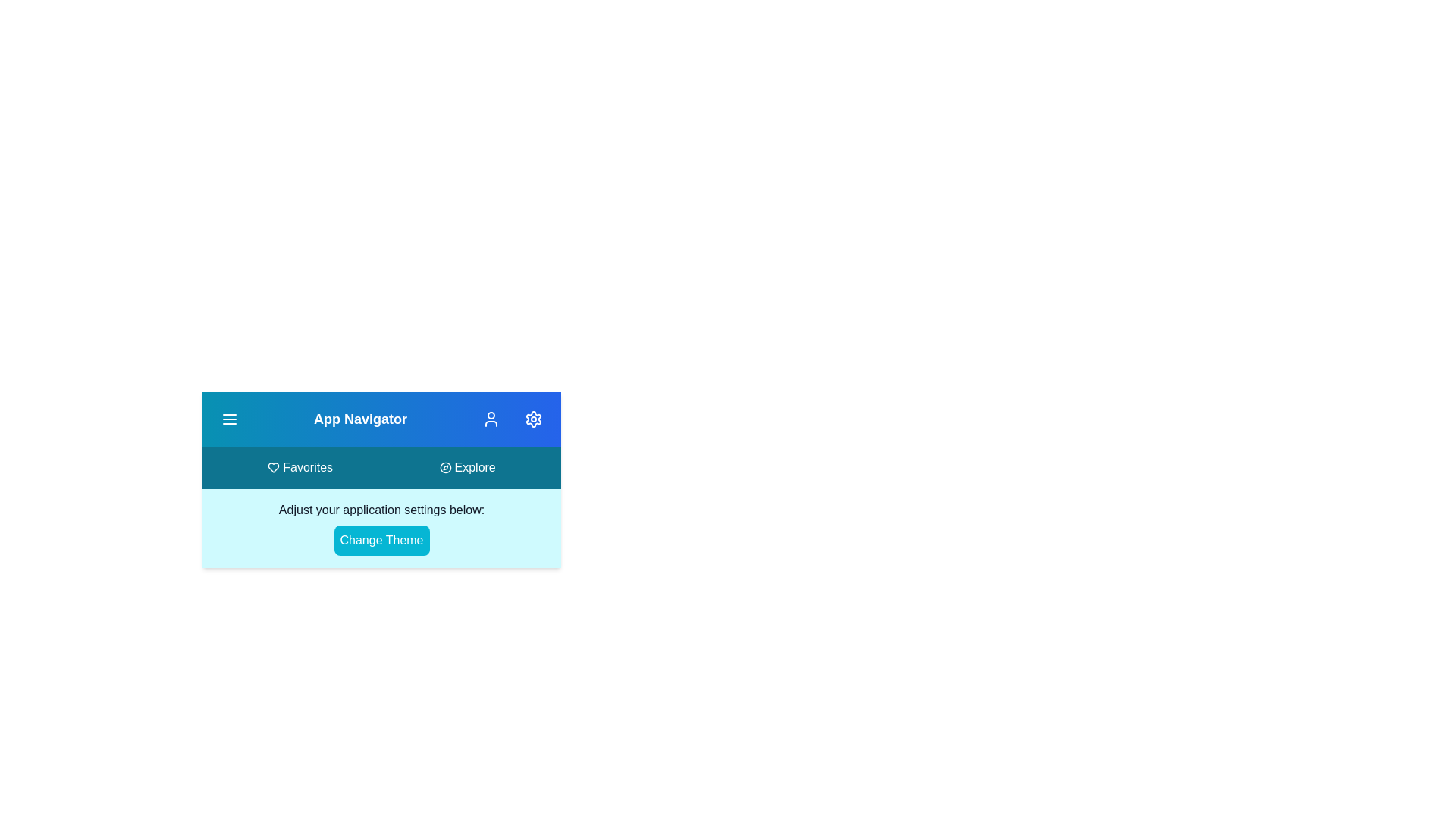 Image resolution: width=1456 pixels, height=819 pixels. I want to click on the 'Explore' icon, which is part of the navigational button for exploration functionality, located, so click(444, 467).